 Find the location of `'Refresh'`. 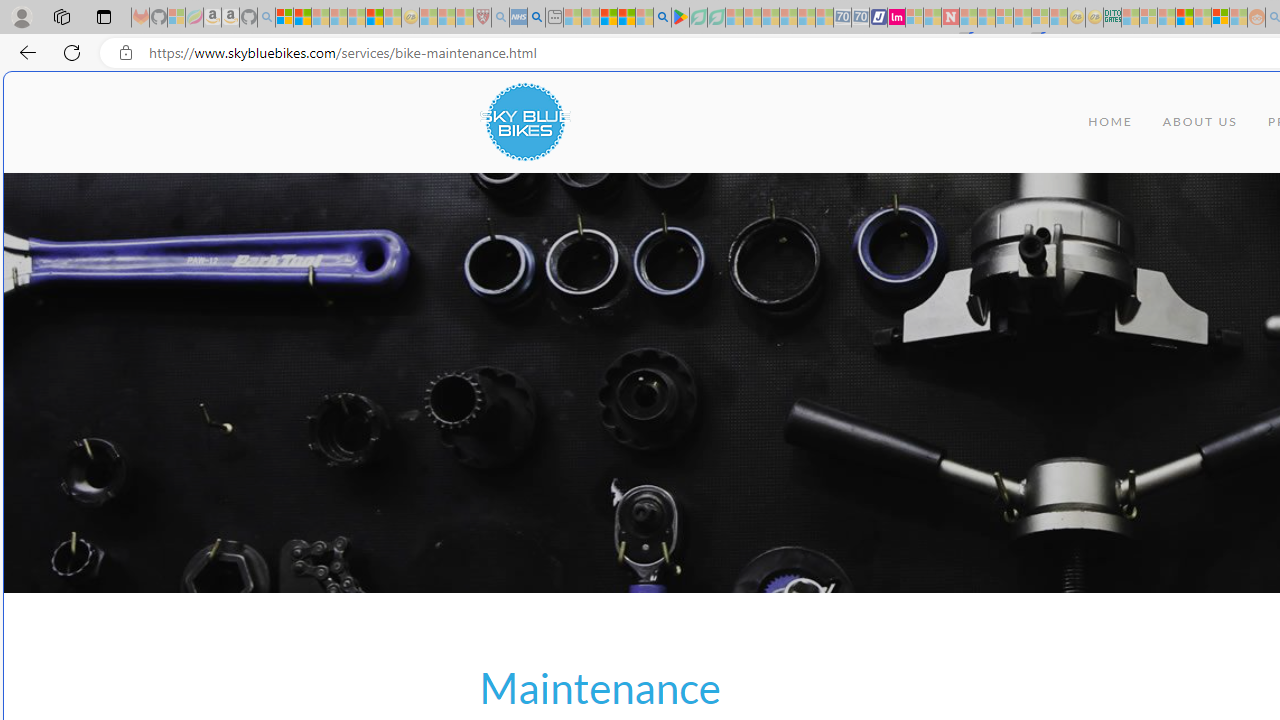

'Refresh' is located at coordinates (72, 51).